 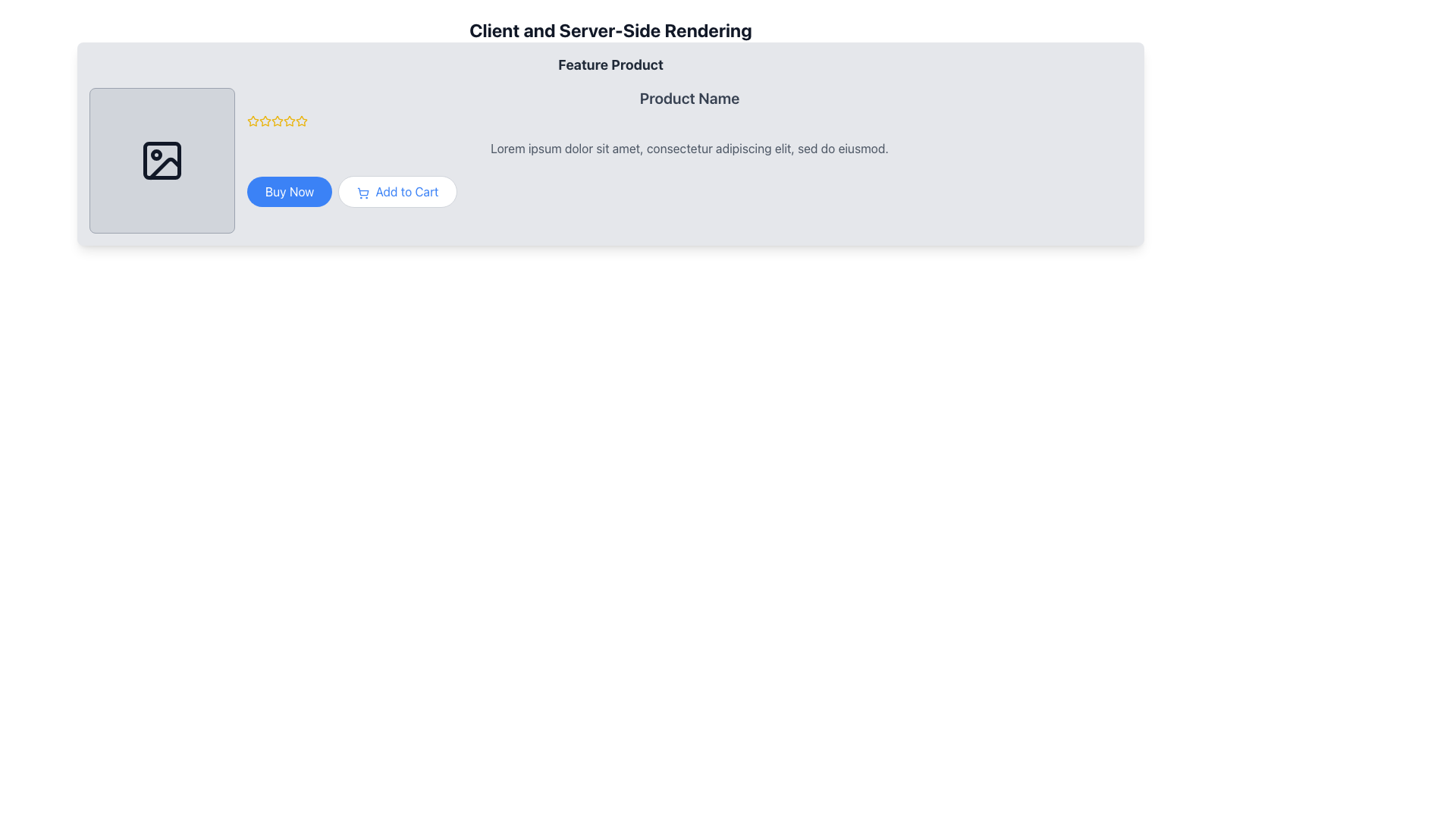 What do you see at coordinates (277, 120) in the screenshot?
I see `the fourth star-shaped icon, which has a yellow outline, to rate or view its state` at bounding box center [277, 120].